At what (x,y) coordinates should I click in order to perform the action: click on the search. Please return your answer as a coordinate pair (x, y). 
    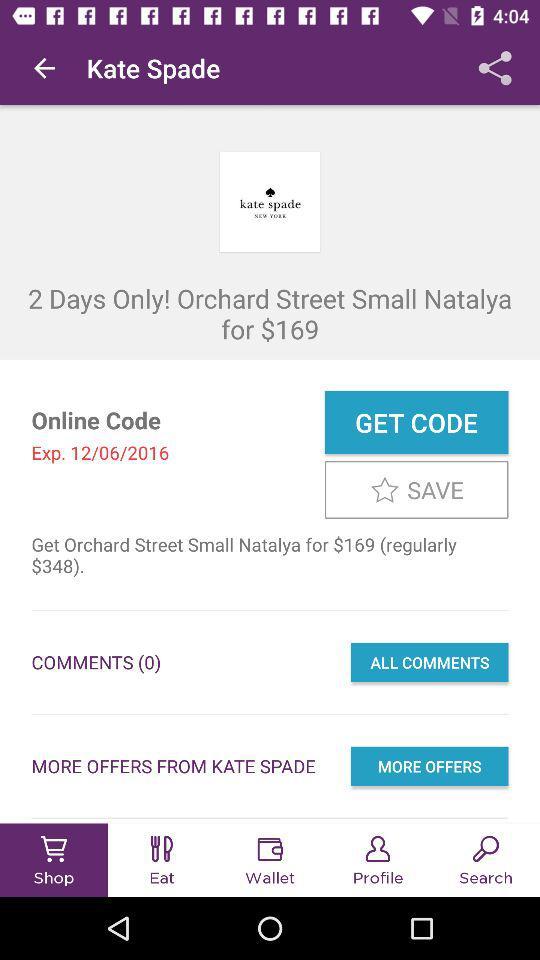
    Looking at the image, I should click on (485, 859).